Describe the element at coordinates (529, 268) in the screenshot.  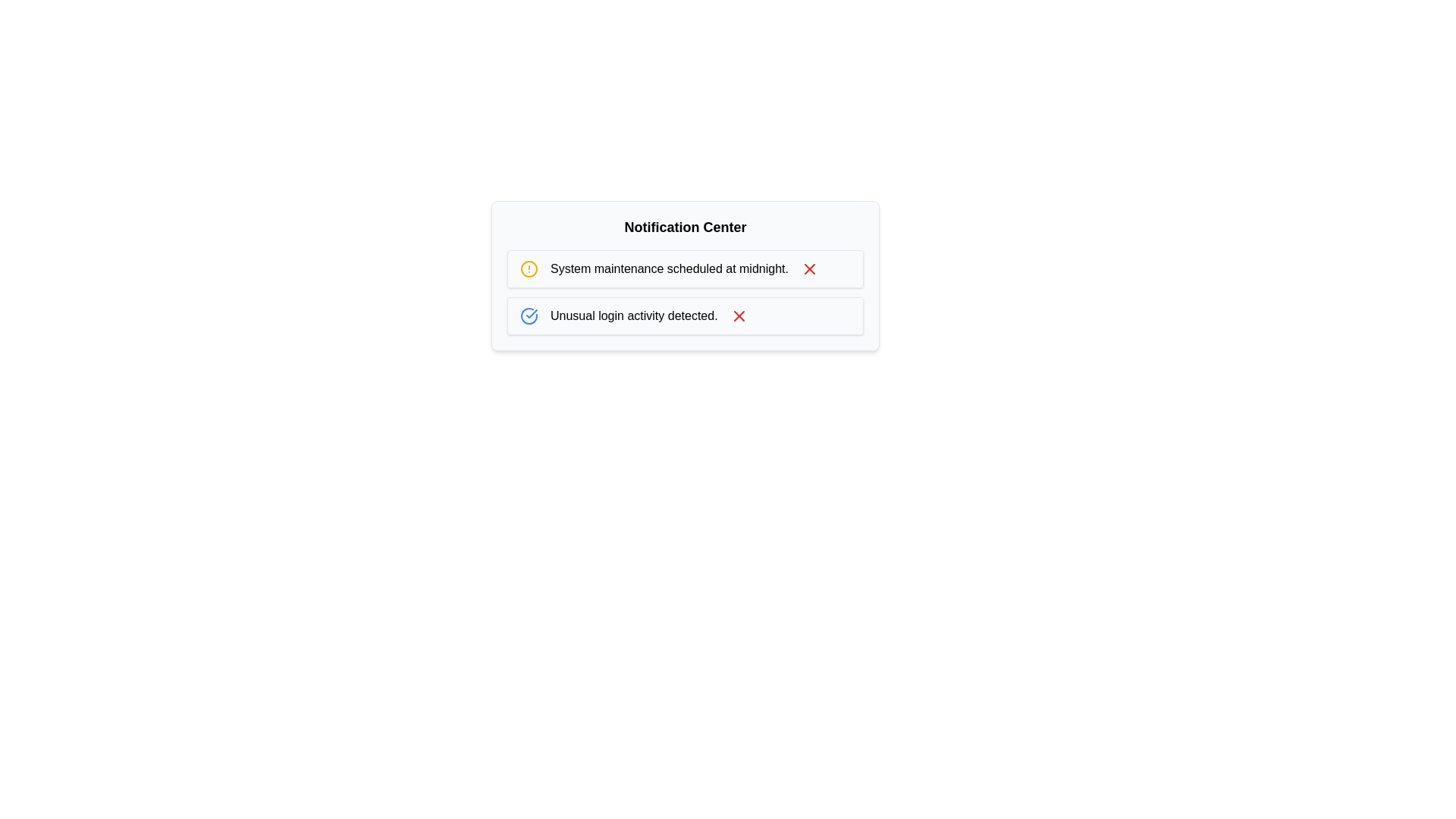
I see `the SVG Circle that serves as a decorative part of the notification icon, positioned as the leftmost element in the first notification entry` at that location.